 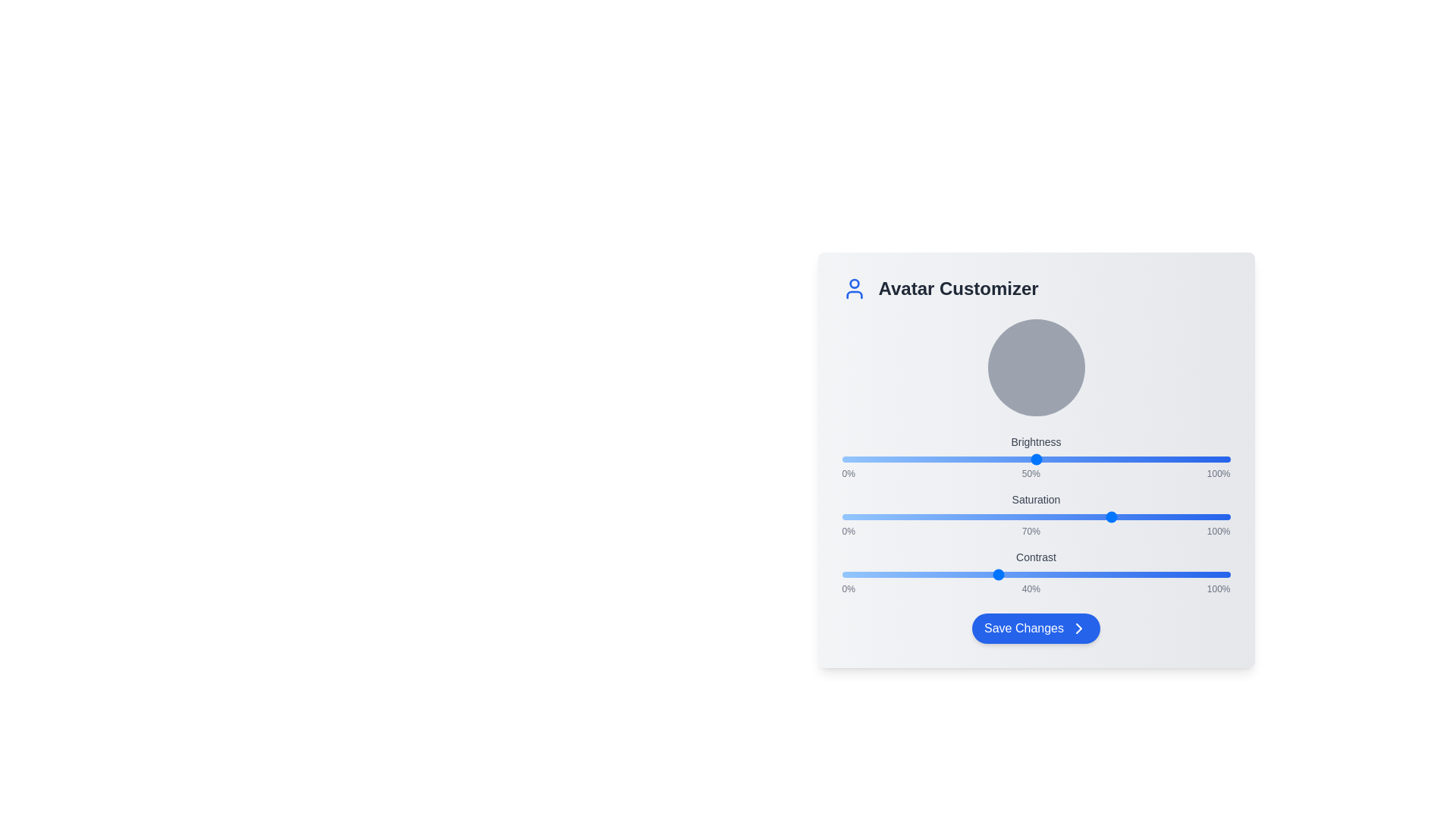 What do you see at coordinates (965, 516) in the screenshot?
I see `the Saturation slider to 32%` at bounding box center [965, 516].